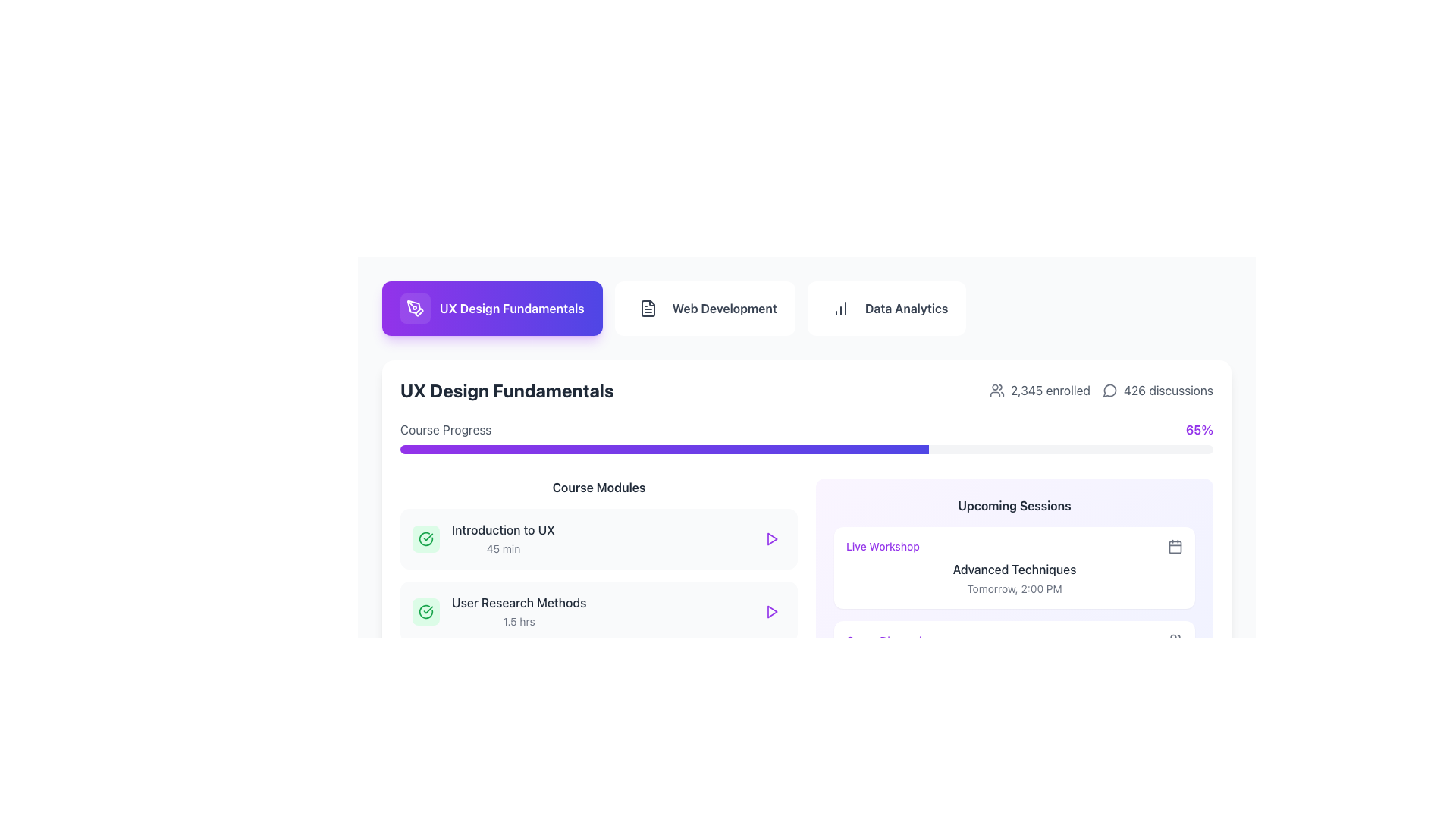  What do you see at coordinates (503, 548) in the screenshot?
I see `the text label displaying '45 min', which indicates the duration of the module, located to the right and slightly below 'Introduction to UX' in the 'Course Modules' list` at bounding box center [503, 548].